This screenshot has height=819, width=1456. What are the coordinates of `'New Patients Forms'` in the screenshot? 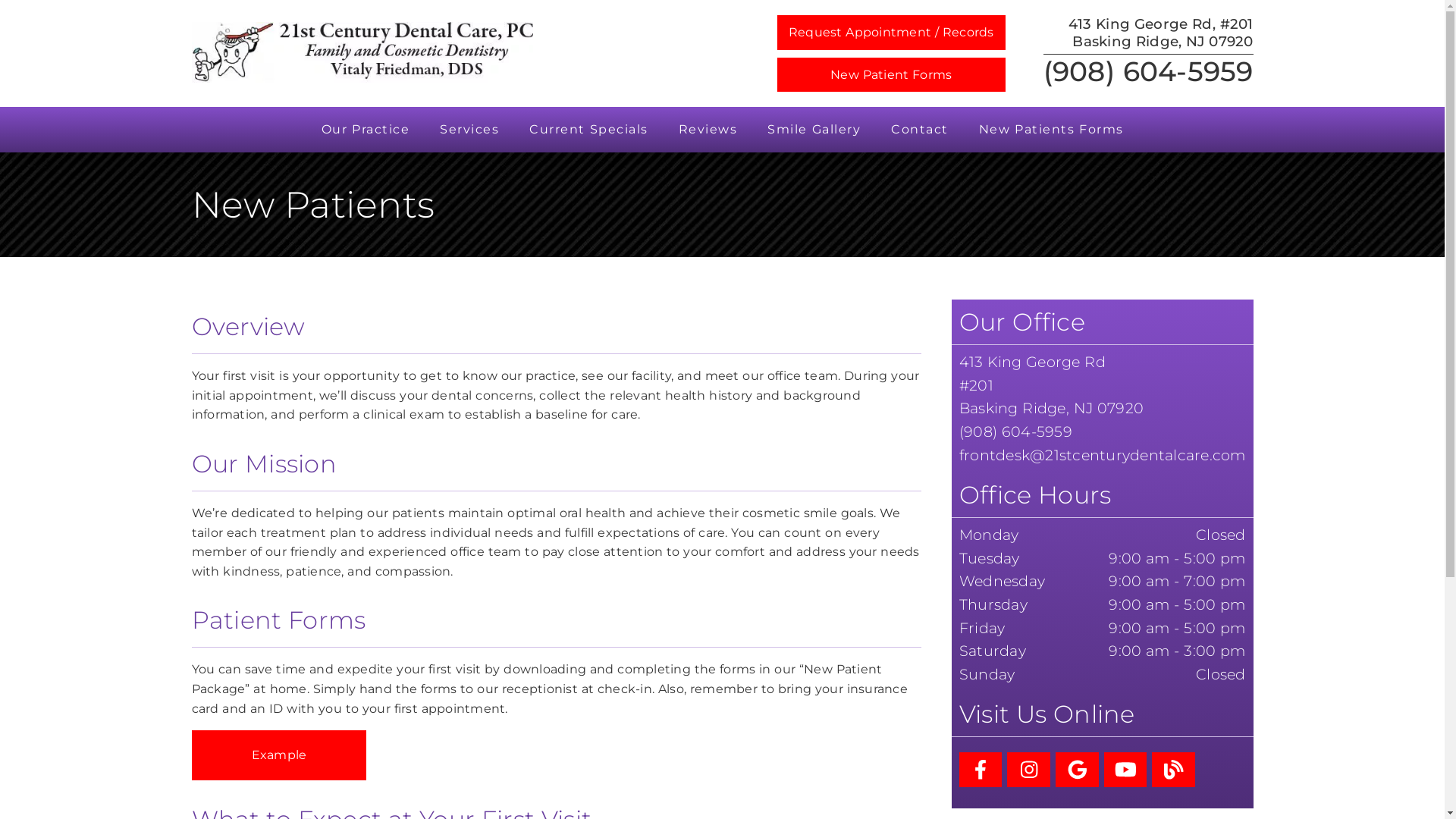 It's located at (1050, 128).